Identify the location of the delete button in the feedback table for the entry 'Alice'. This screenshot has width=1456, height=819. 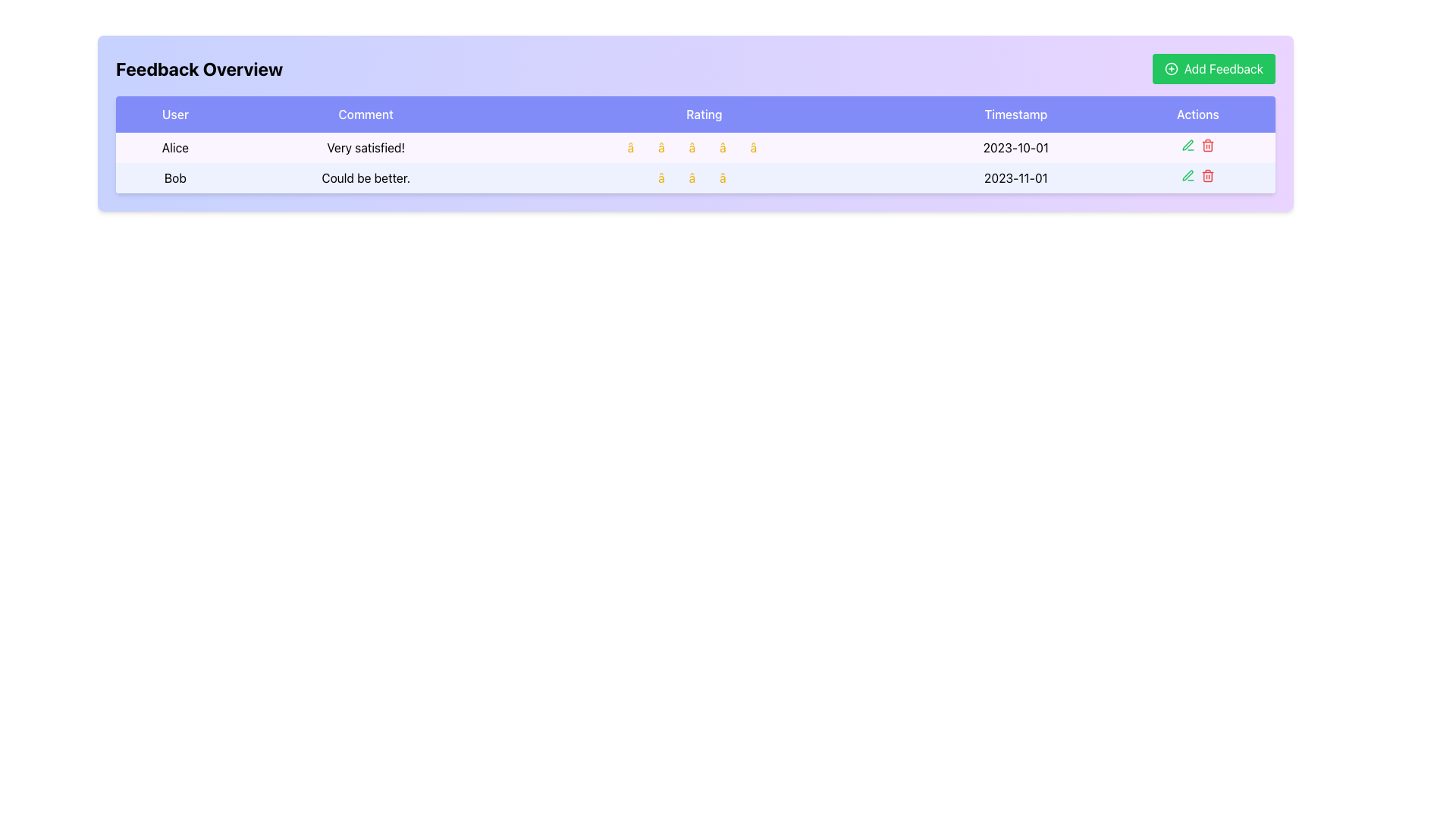
(1207, 146).